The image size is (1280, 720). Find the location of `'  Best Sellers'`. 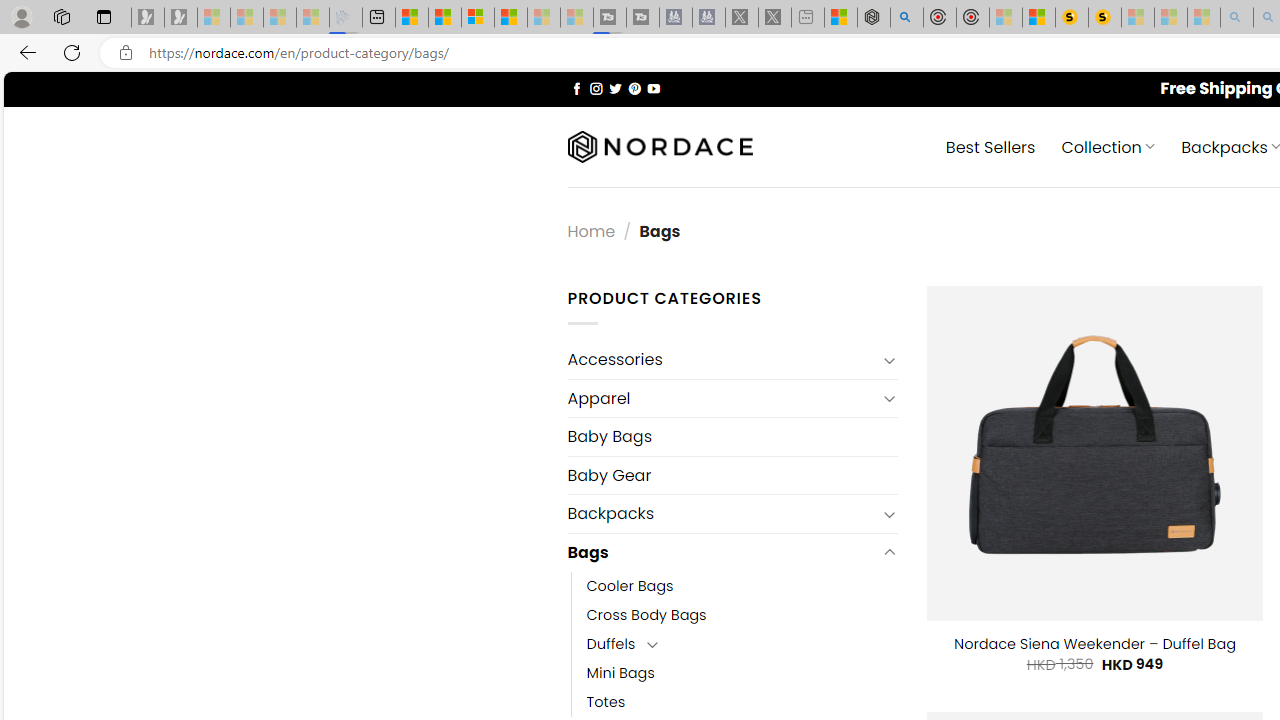

'  Best Sellers' is located at coordinates (990, 145).